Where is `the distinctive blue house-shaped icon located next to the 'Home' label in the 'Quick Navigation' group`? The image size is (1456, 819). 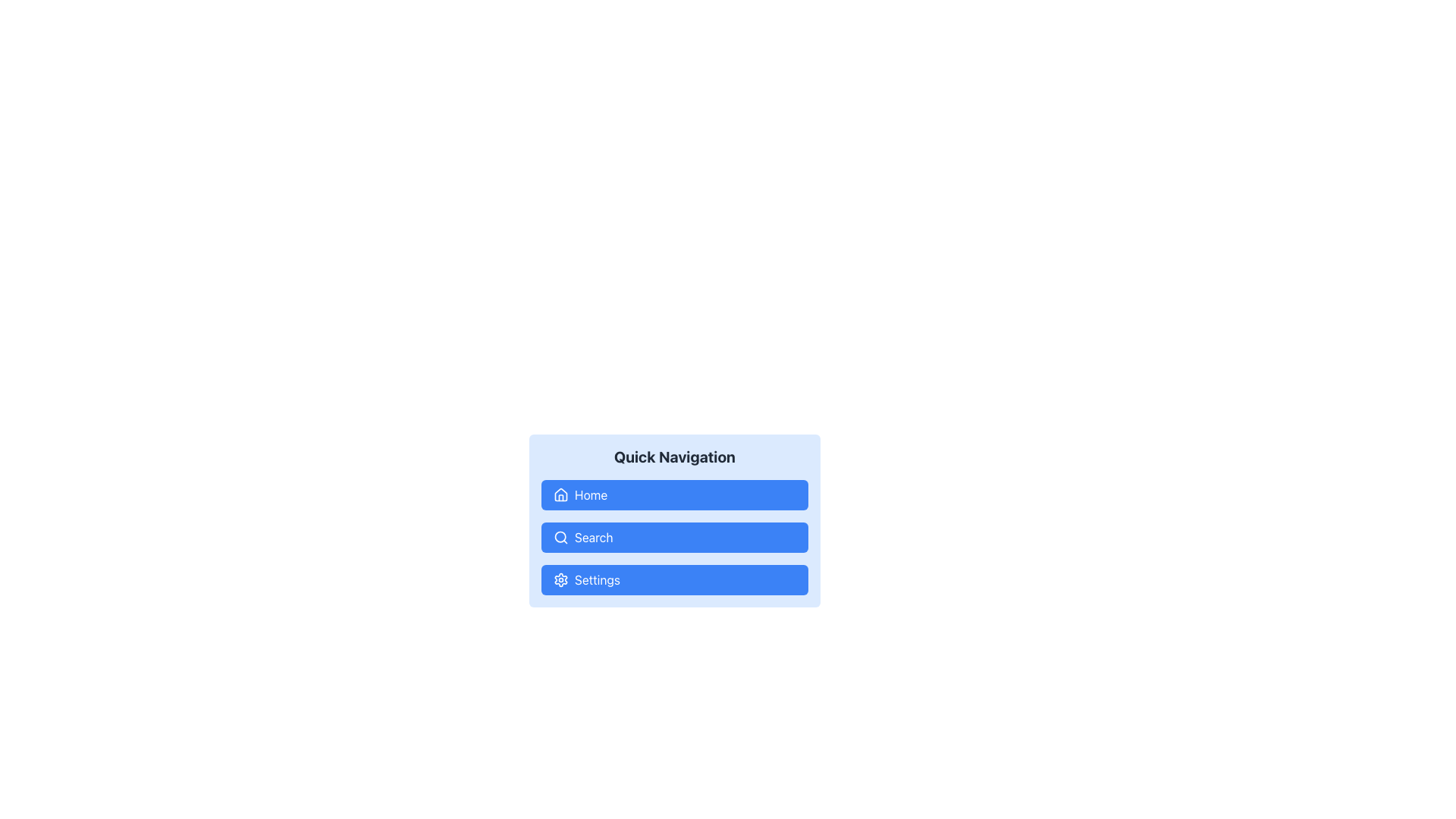
the distinctive blue house-shaped icon located next to the 'Home' label in the 'Quick Navigation' group is located at coordinates (560, 494).